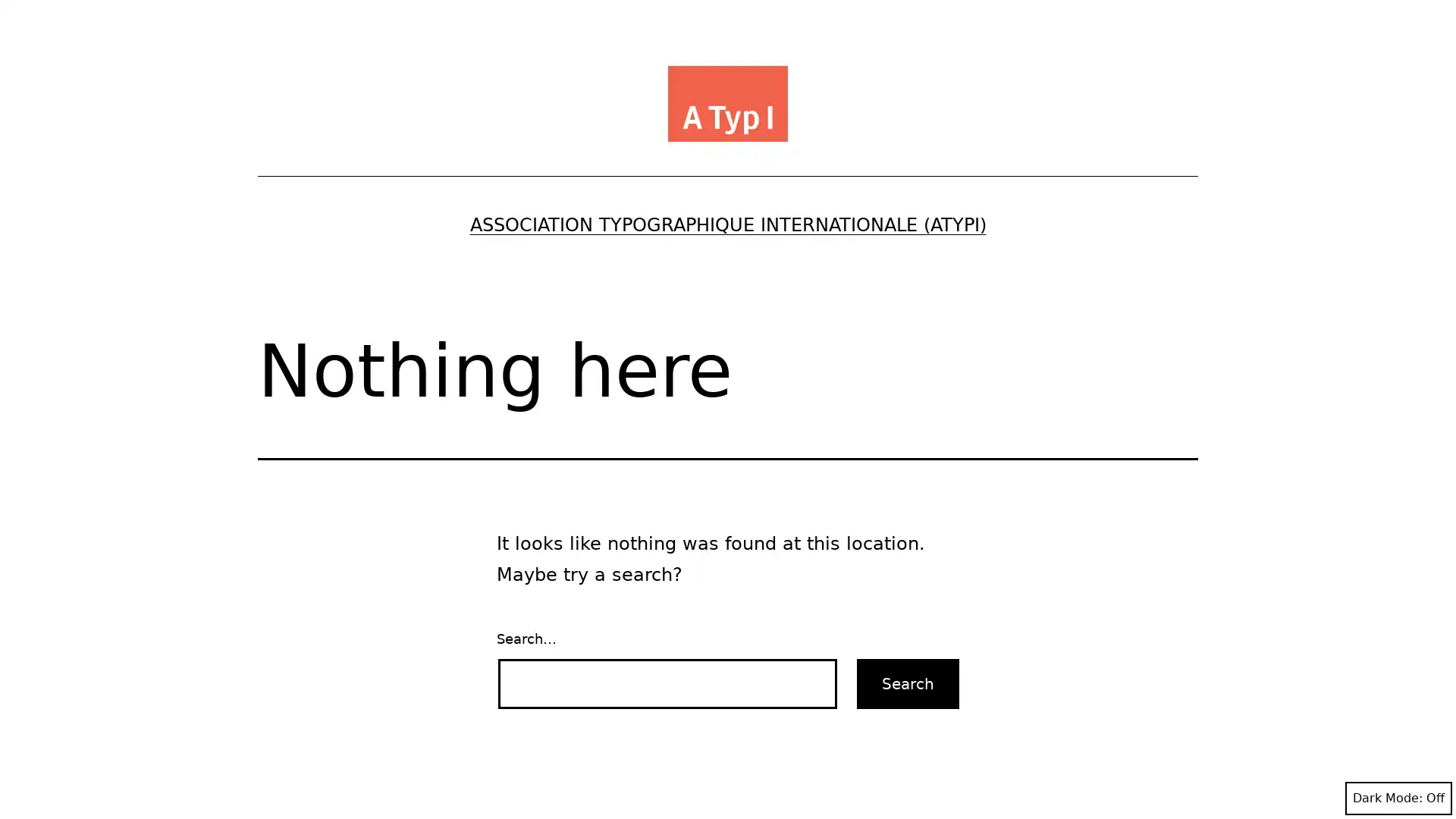  Describe the element at coordinates (1398, 798) in the screenshot. I see `Dark Mode:` at that location.